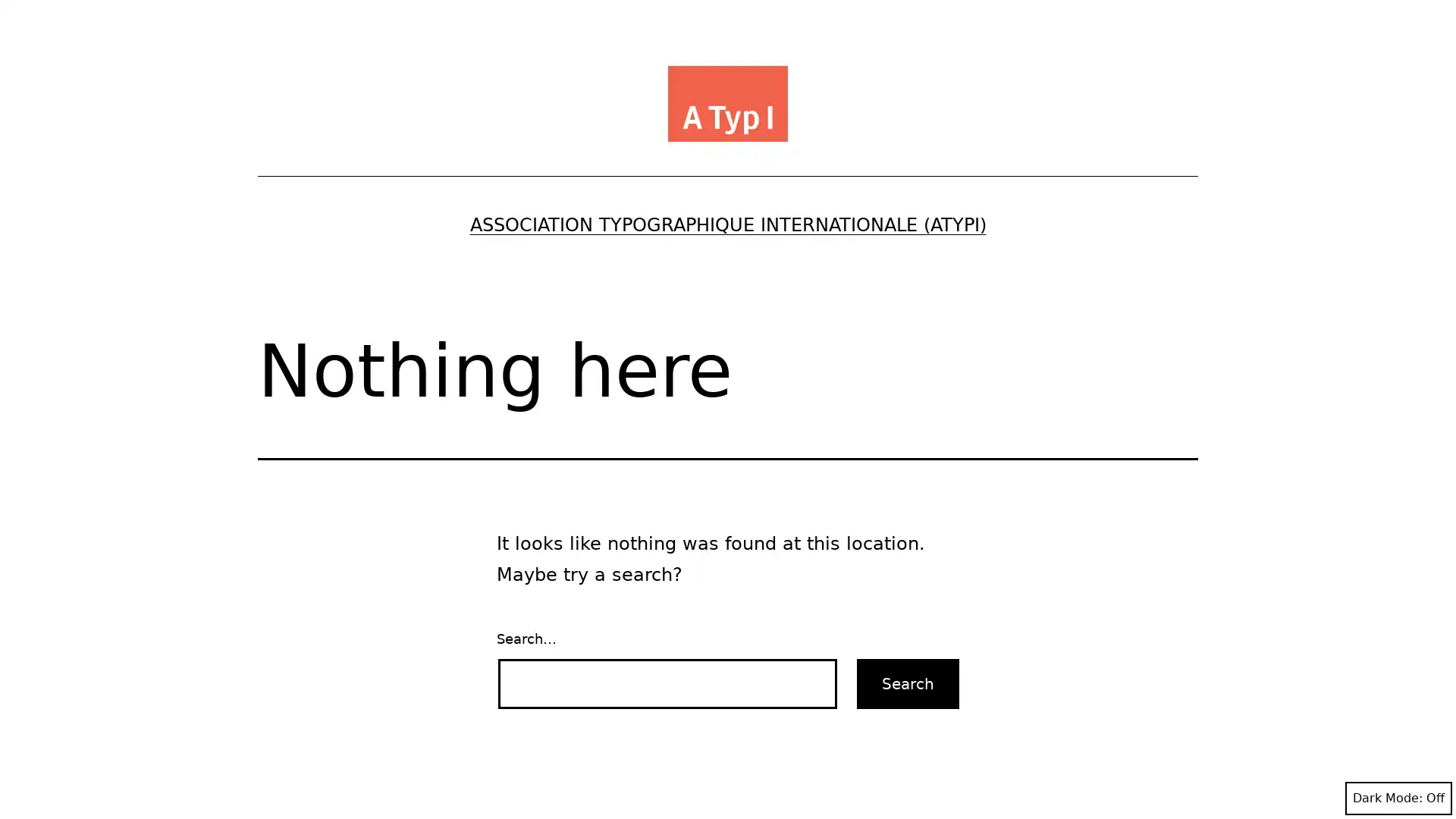  Describe the element at coordinates (1398, 798) in the screenshot. I see `Dark Mode:` at that location.